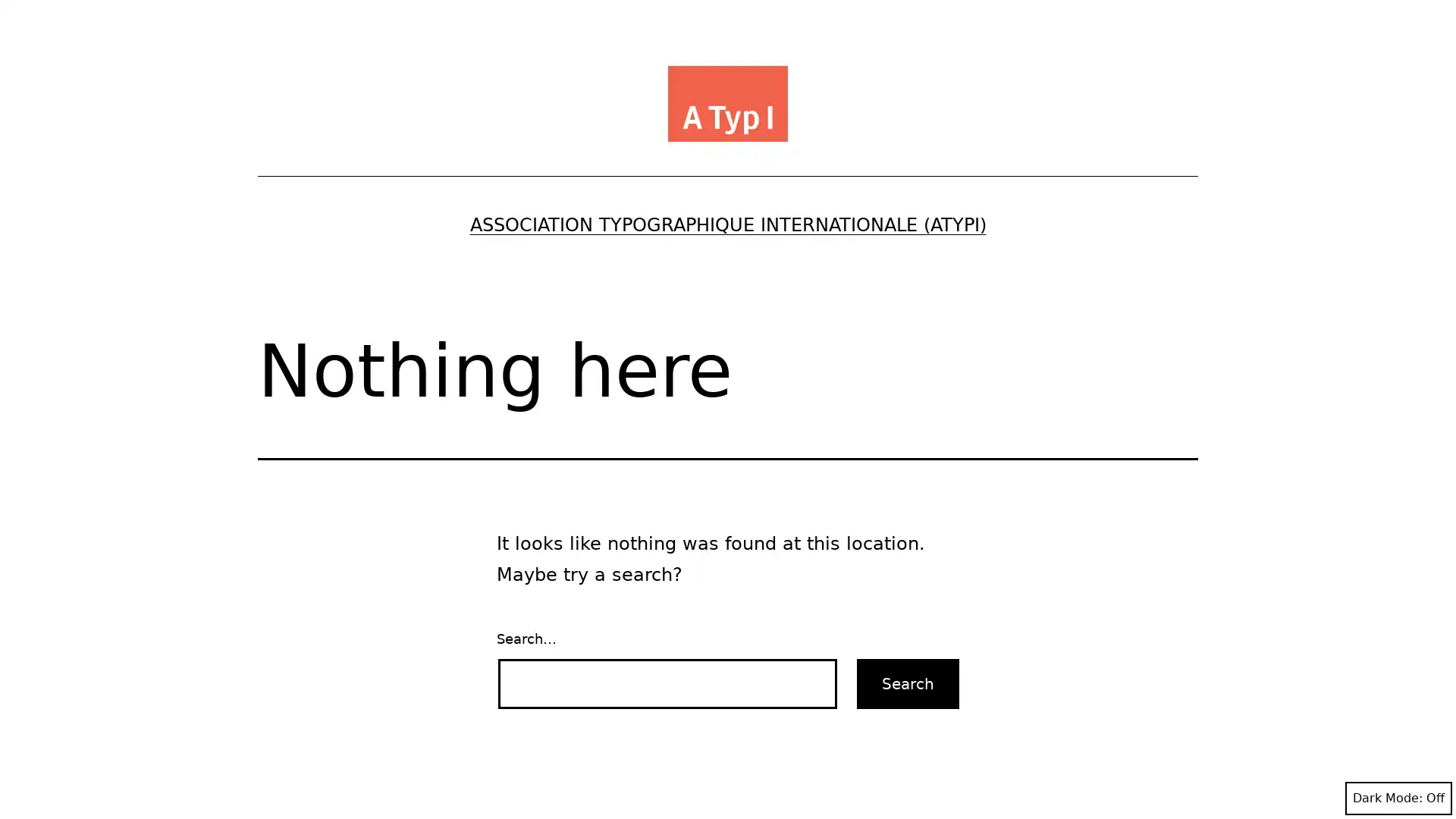  Describe the element at coordinates (1398, 798) in the screenshot. I see `Dark Mode:` at that location.